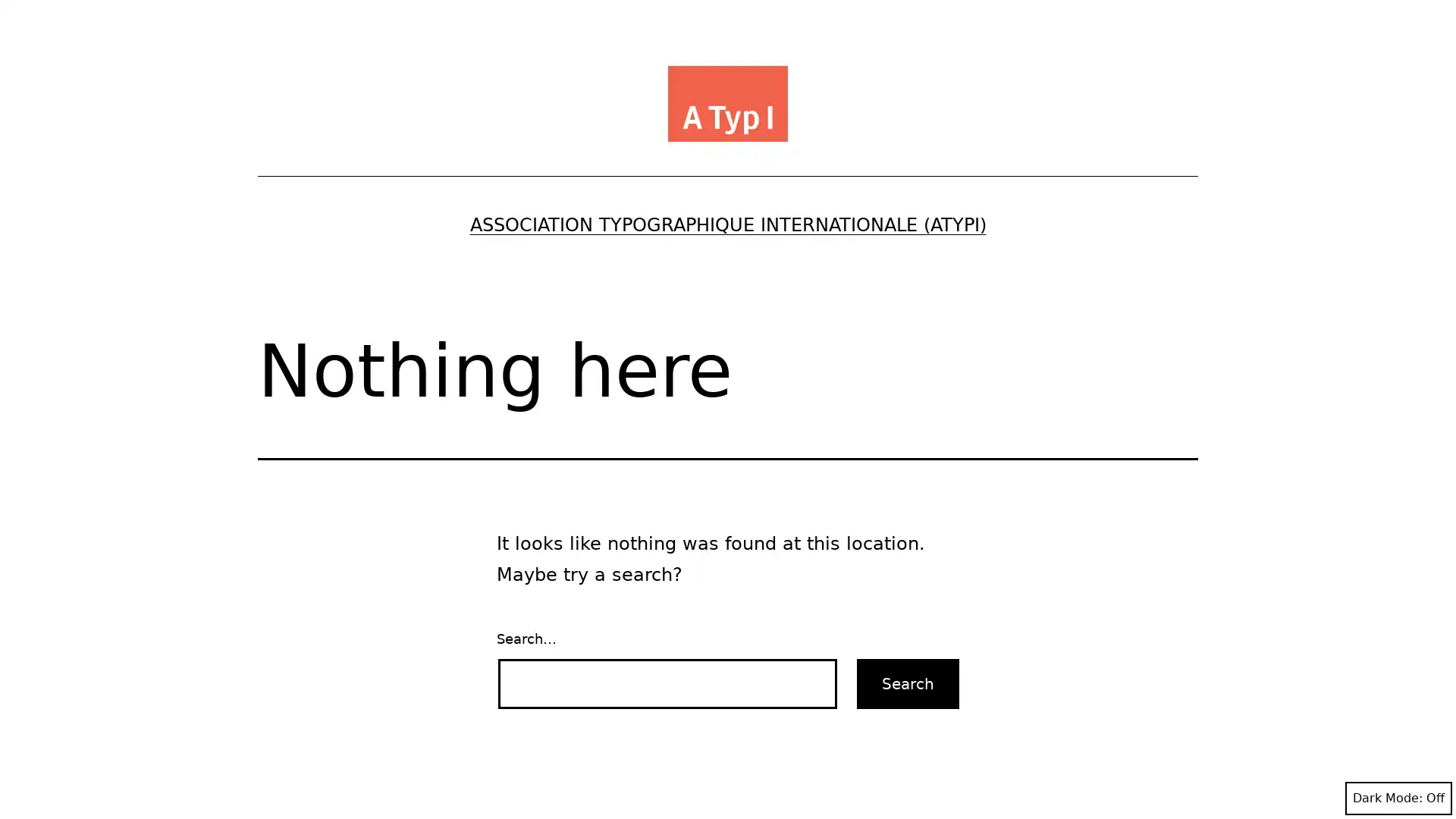  Describe the element at coordinates (1398, 798) in the screenshot. I see `Dark Mode:` at that location.